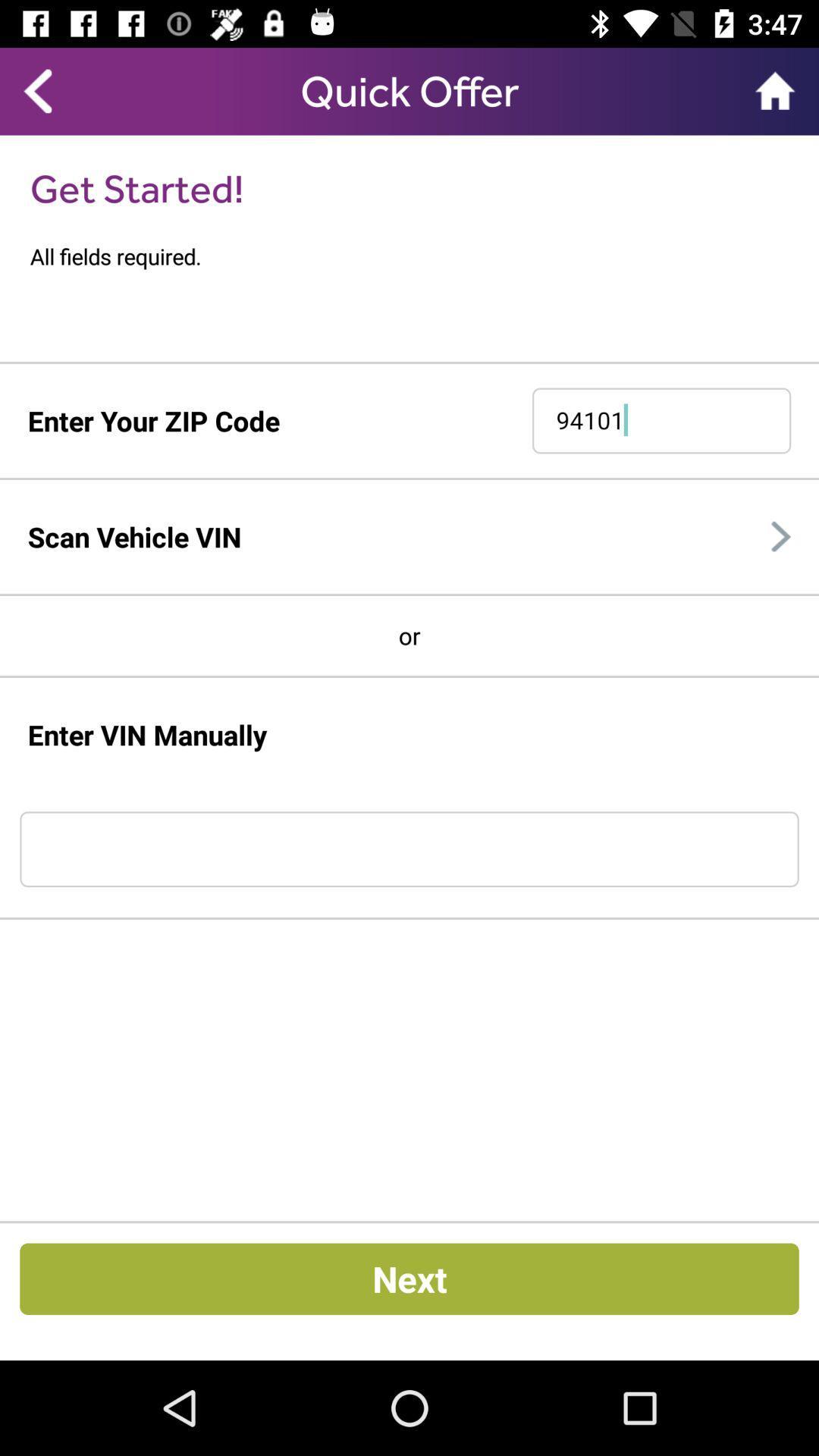  Describe the element at coordinates (409, 849) in the screenshot. I see `the item below enter vin manually item` at that location.